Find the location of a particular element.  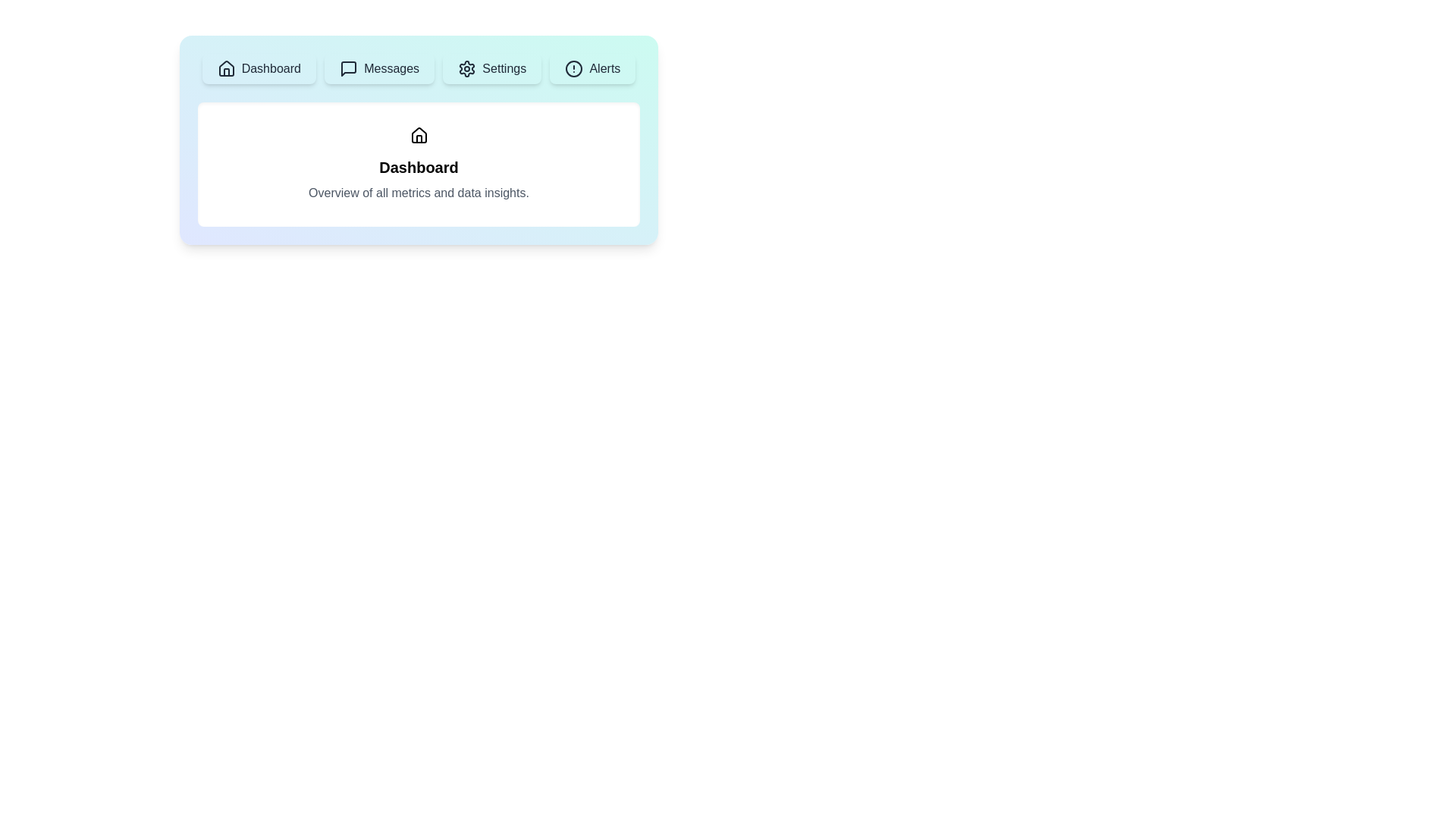

the tab labeled 'Settings' to preview its hover effect is located at coordinates (492, 69).